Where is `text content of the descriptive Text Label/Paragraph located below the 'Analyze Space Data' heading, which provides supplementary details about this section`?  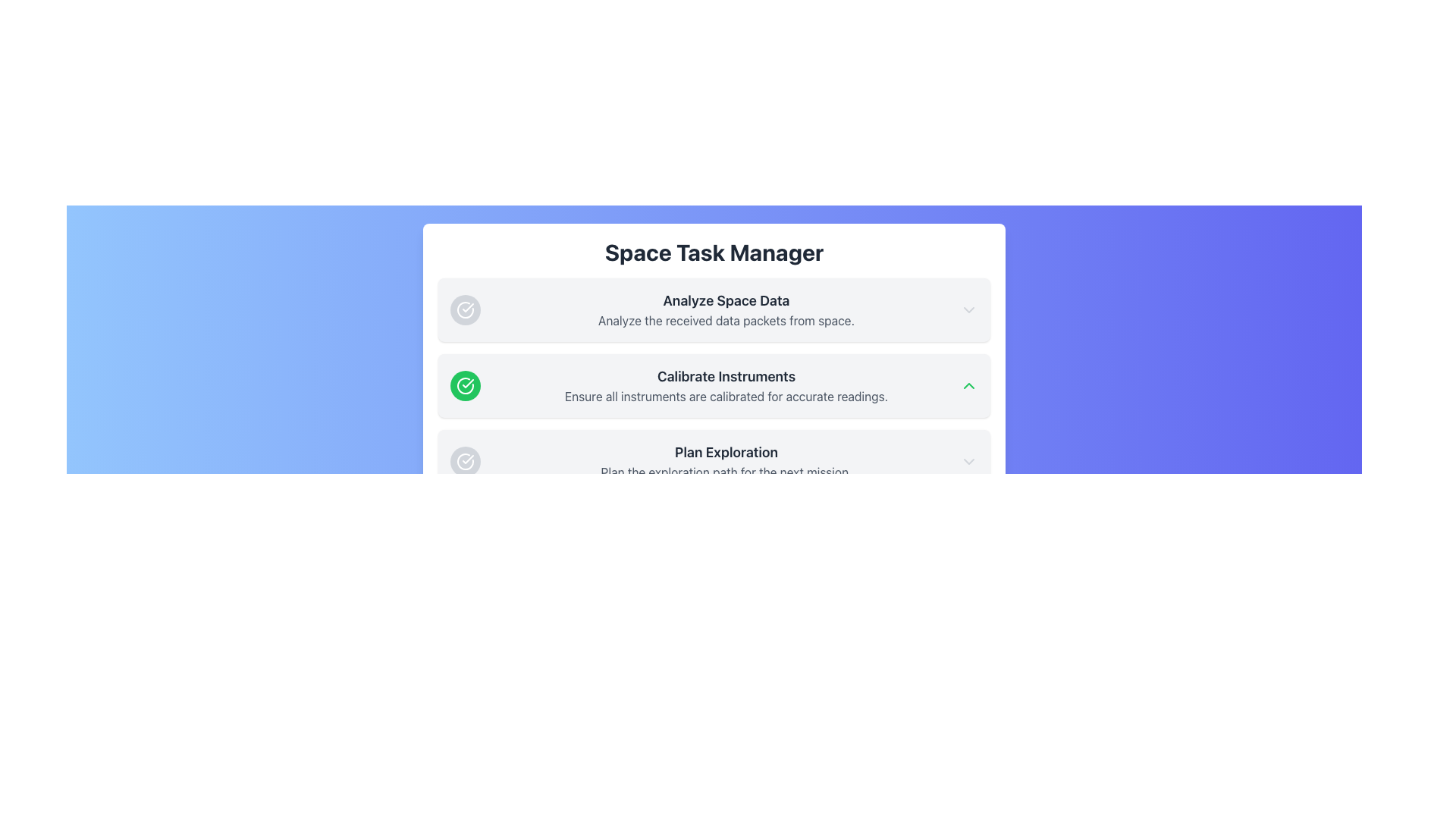 text content of the descriptive Text Label/Paragraph located below the 'Analyze Space Data' heading, which provides supplementary details about this section is located at coordinates (726, 320).